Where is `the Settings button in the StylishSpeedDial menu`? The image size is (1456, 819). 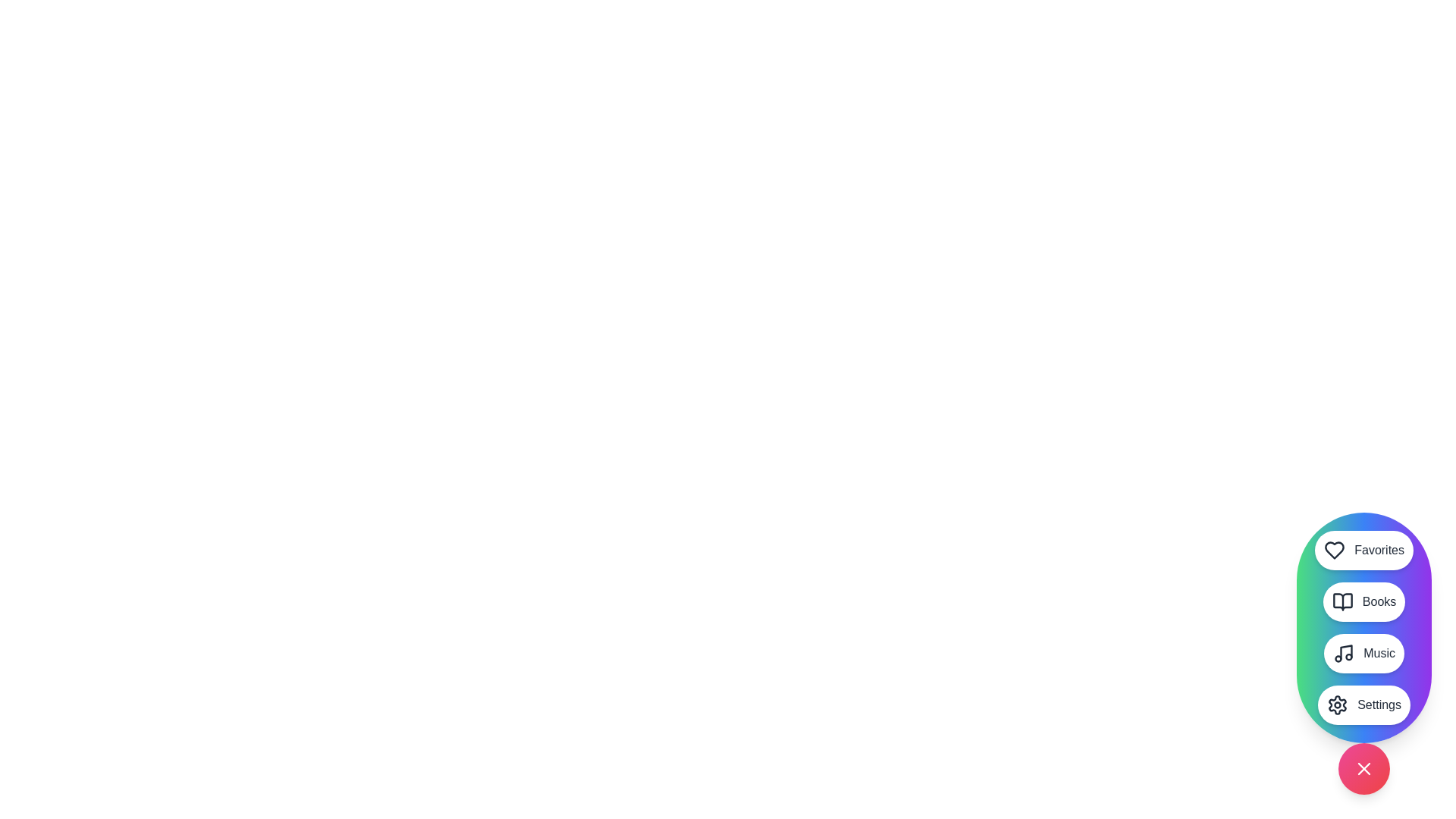
the Settings button in the StylishSpeedDial menu is located at coordinates (1364, 704).